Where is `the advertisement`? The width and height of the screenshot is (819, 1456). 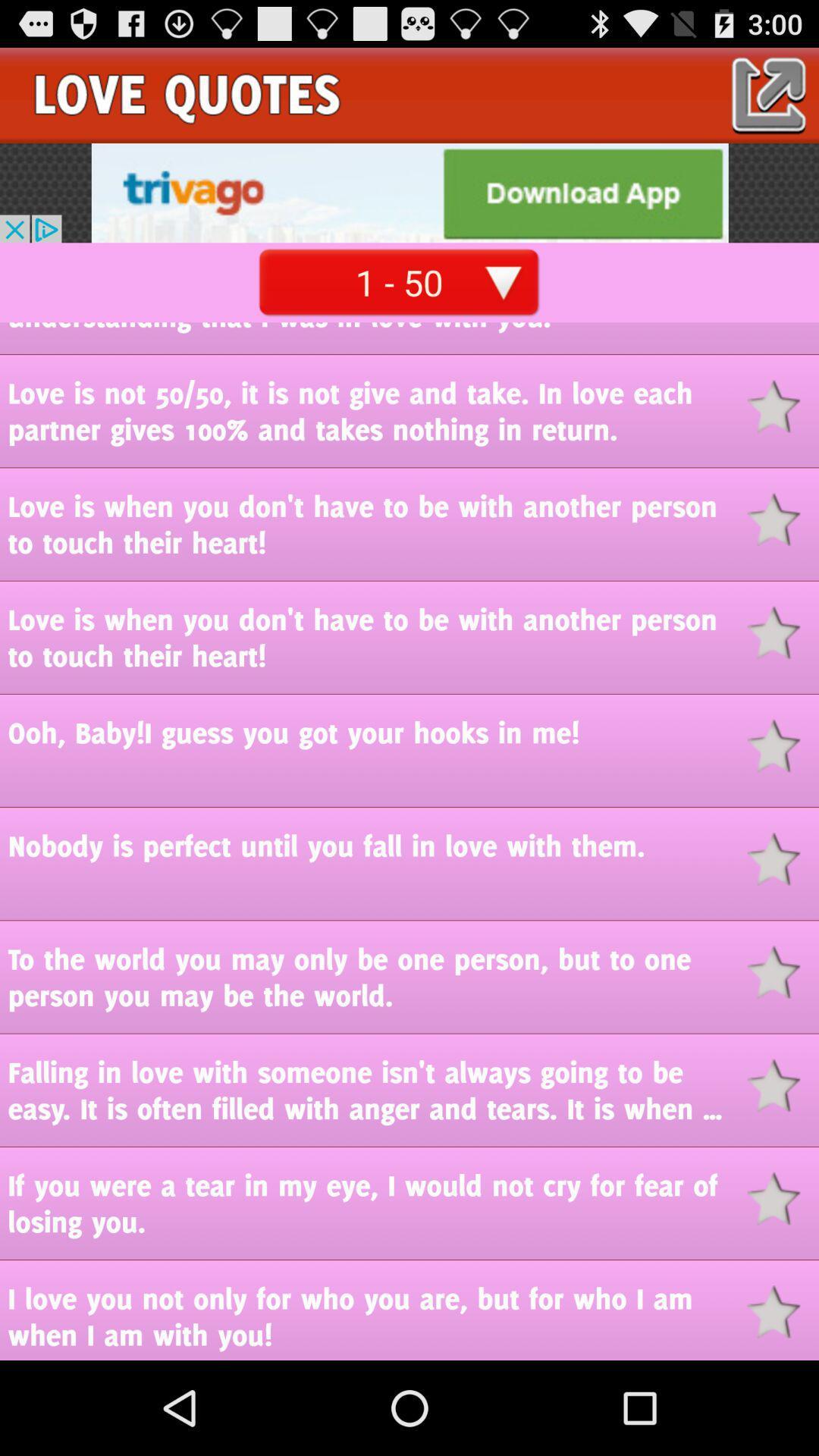 the advertisement is located at coordinates (409, 192).